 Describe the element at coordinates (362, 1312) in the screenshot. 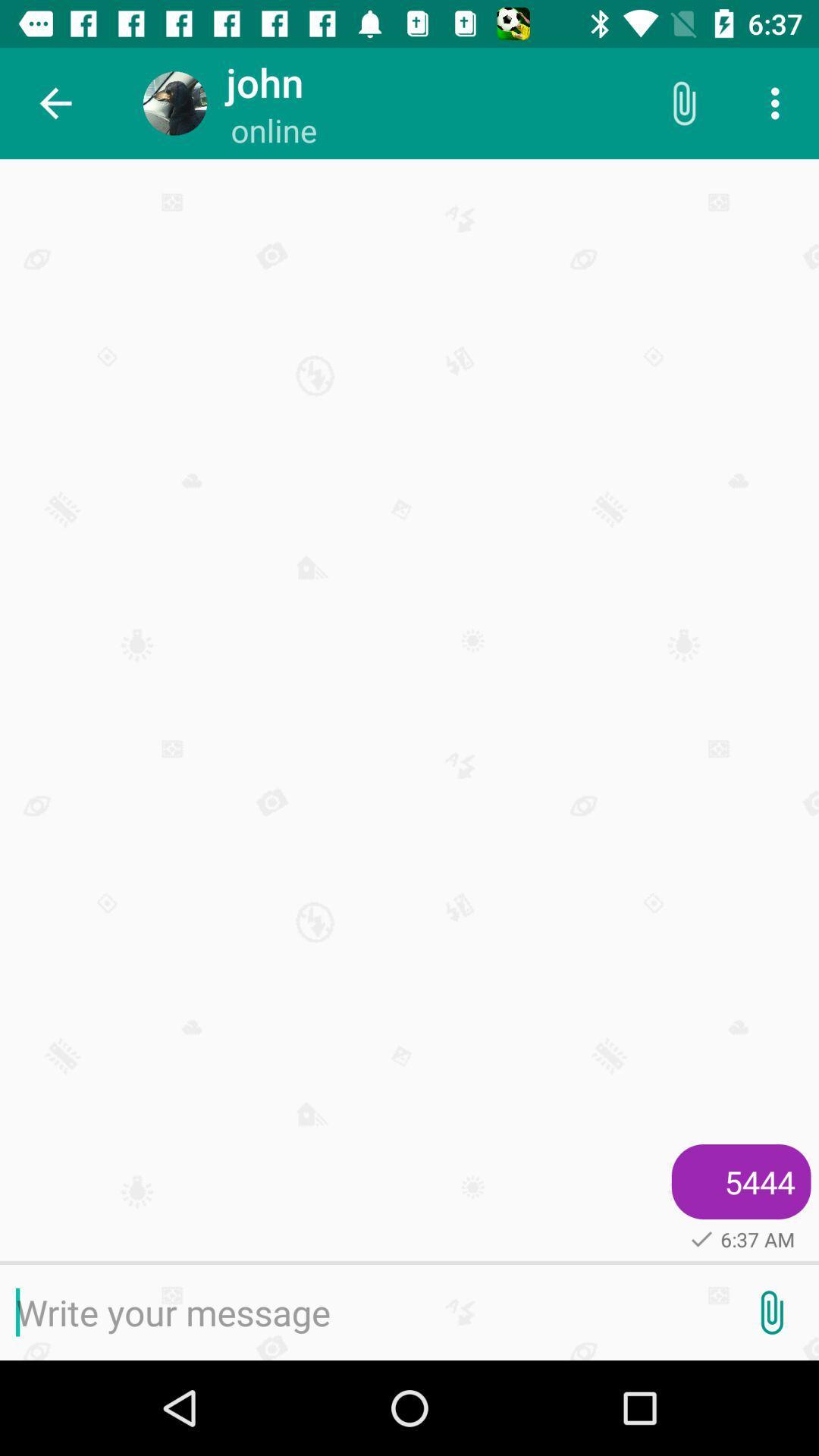

I see `the message` at that location.